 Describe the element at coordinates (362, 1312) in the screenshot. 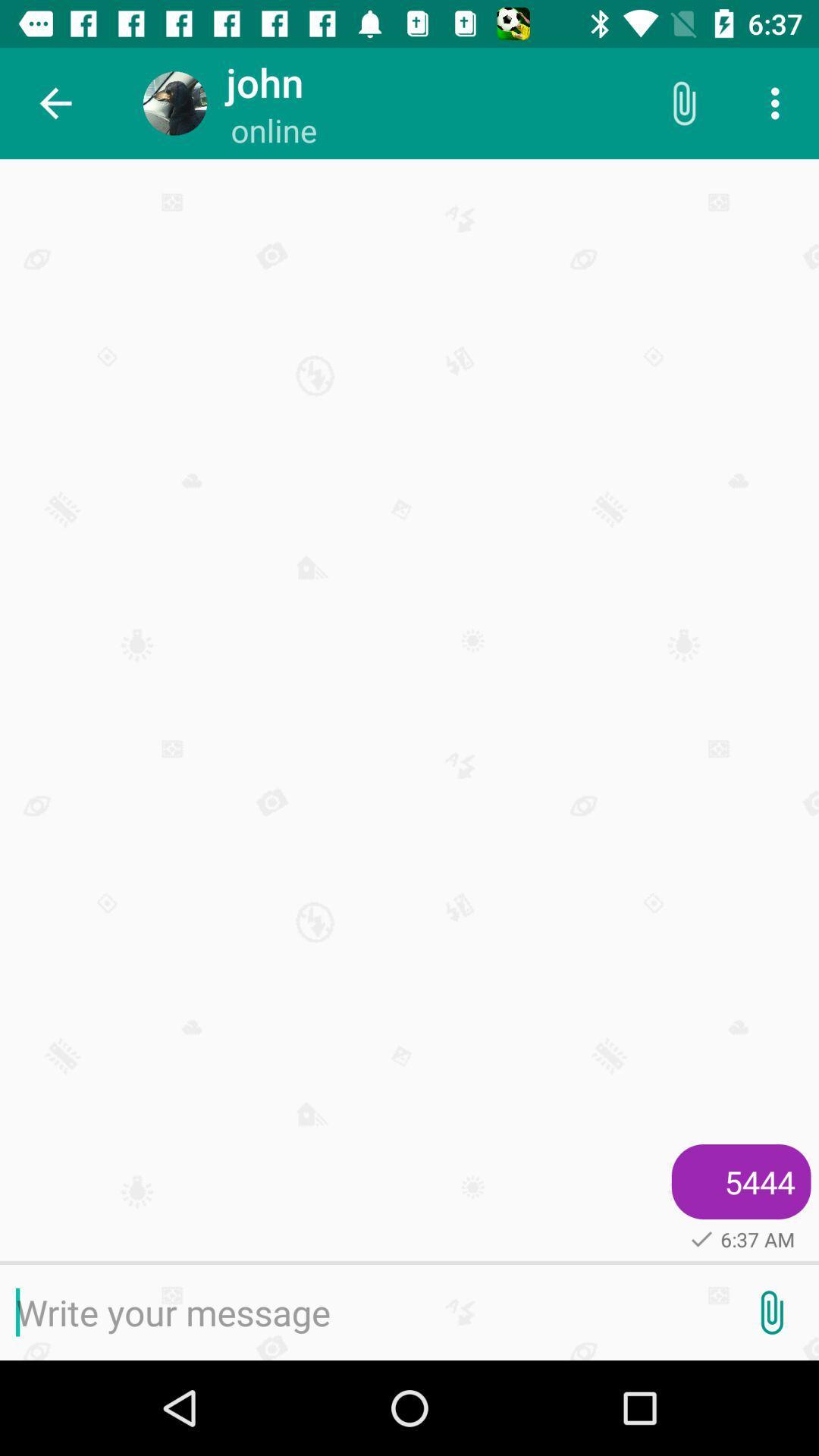

I see `the message` at that location.